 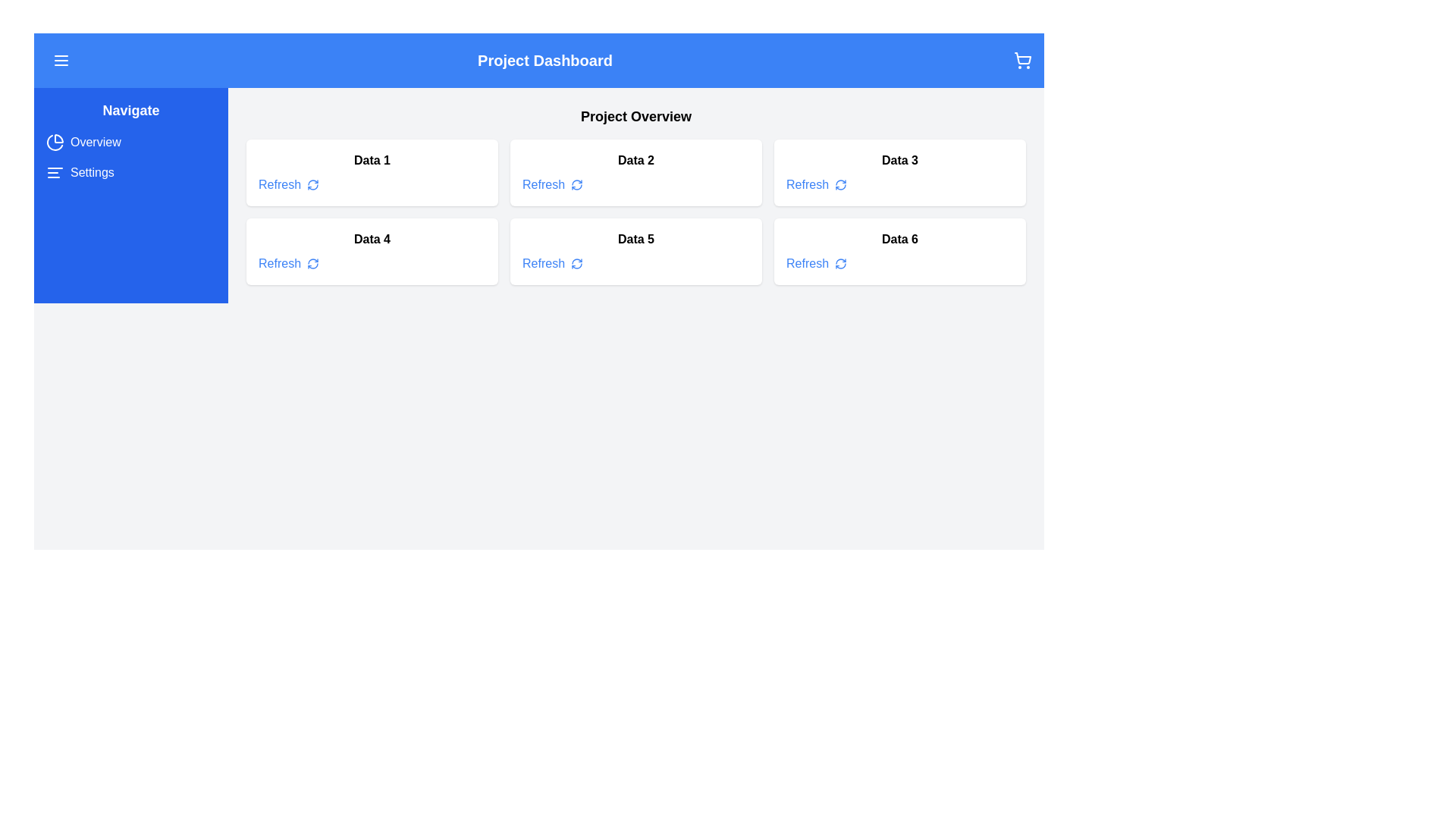 I want to click on the plain text label located in the second row, first column of the grid under the 'Project Overview' section, so click(x=372, y=239).